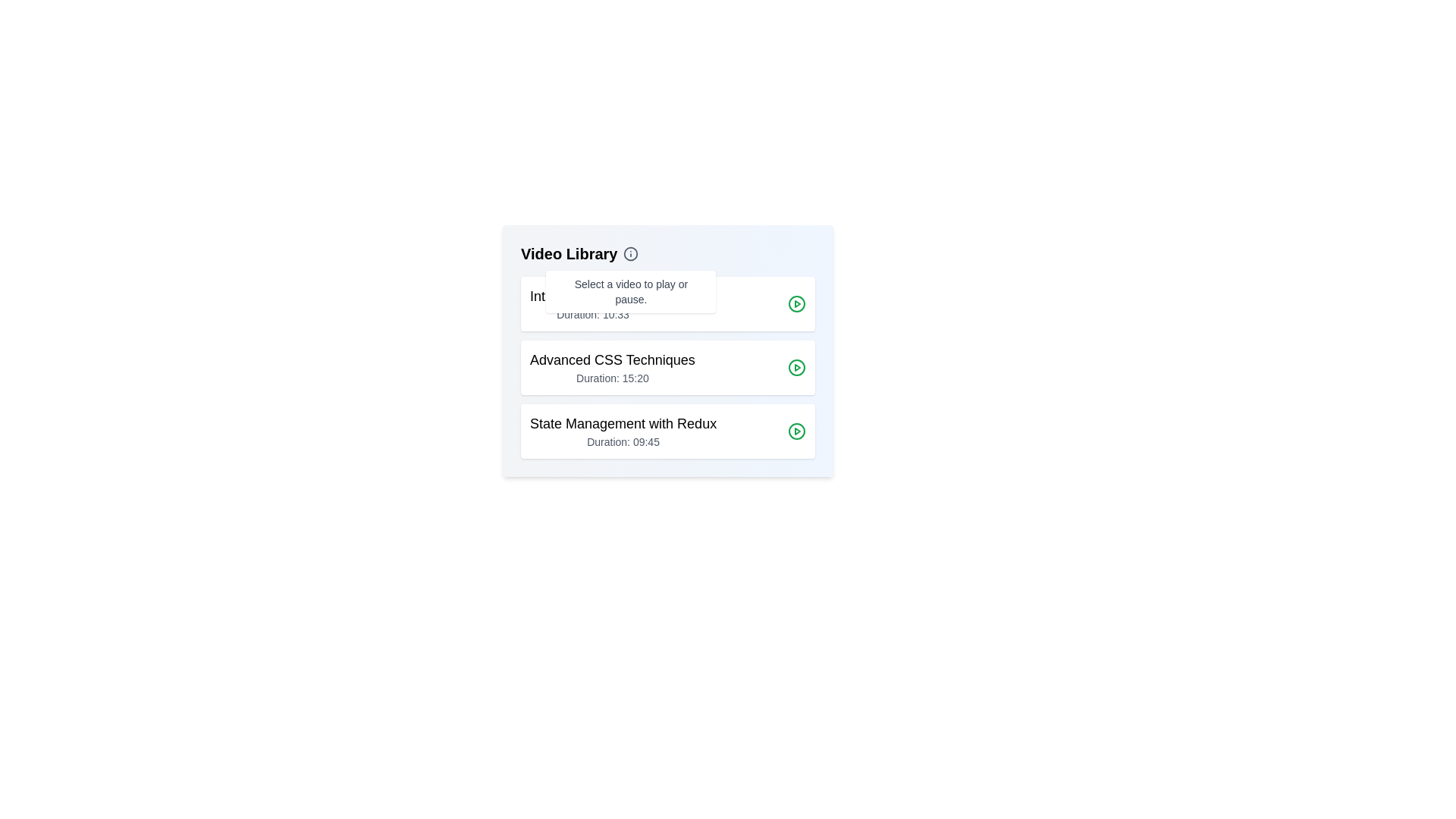 This screenshot has height=819, width=1456. Describe the element at coordinates (796, 304) in the screenshot. I see `the play button located at the far-right end of the 'Introduction to React' video entry in the Video Library to initiate playback of the video` at that location.